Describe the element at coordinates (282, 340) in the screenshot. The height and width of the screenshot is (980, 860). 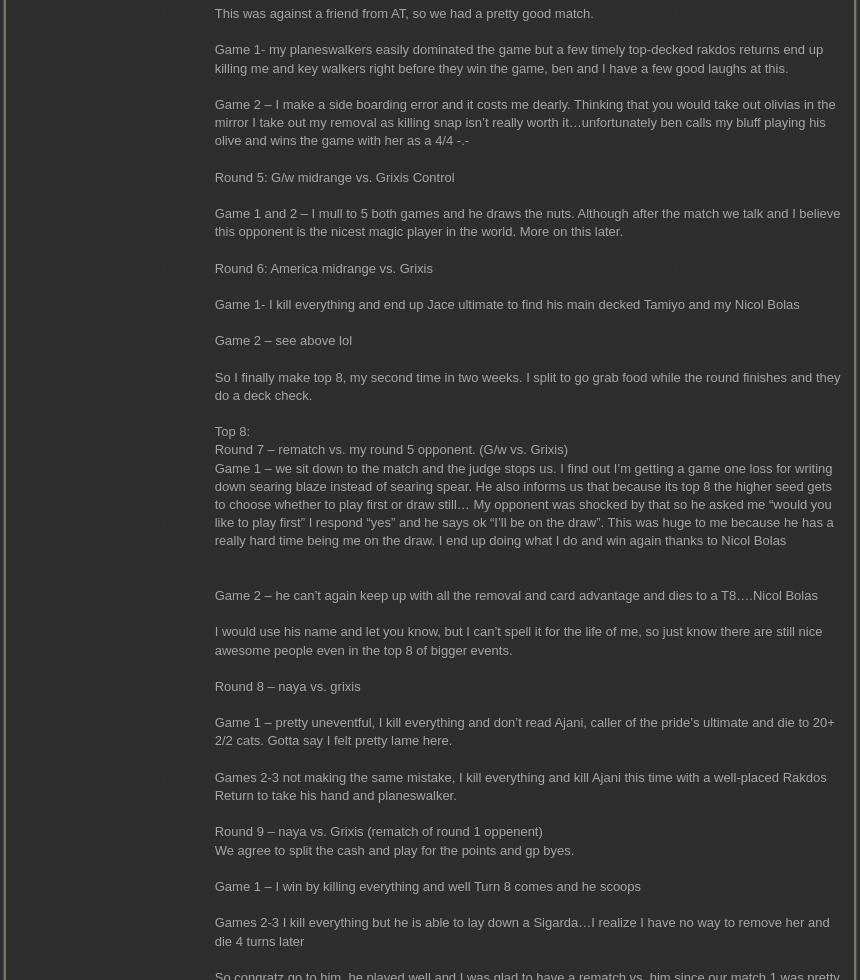
I see `'Game 2 – see above lol'` at that location.